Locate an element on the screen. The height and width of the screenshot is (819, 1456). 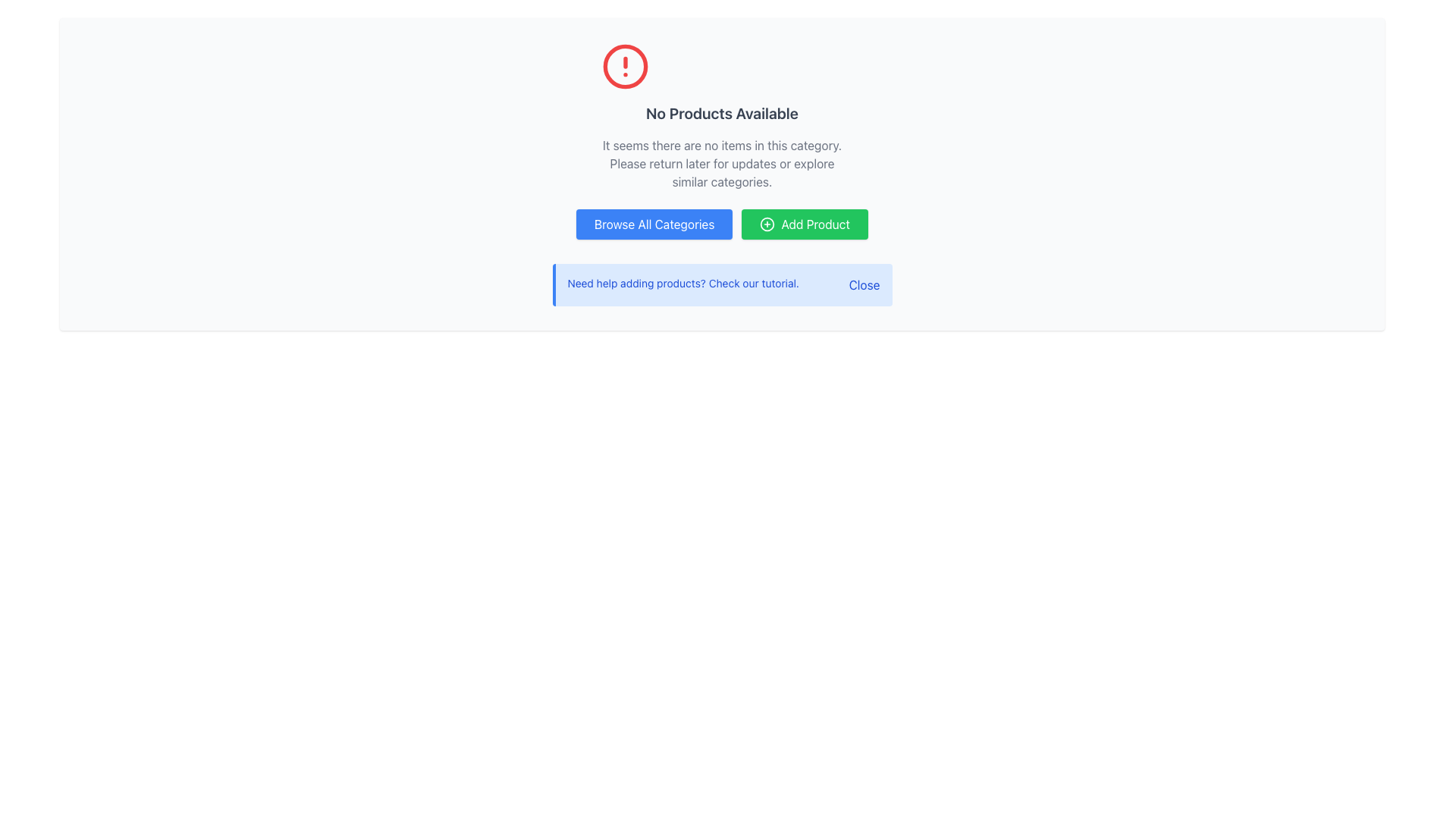
the green 'Add Product' button surrounding the circular SVG icon representing a plus symbol is located at coordinates (767, 224).